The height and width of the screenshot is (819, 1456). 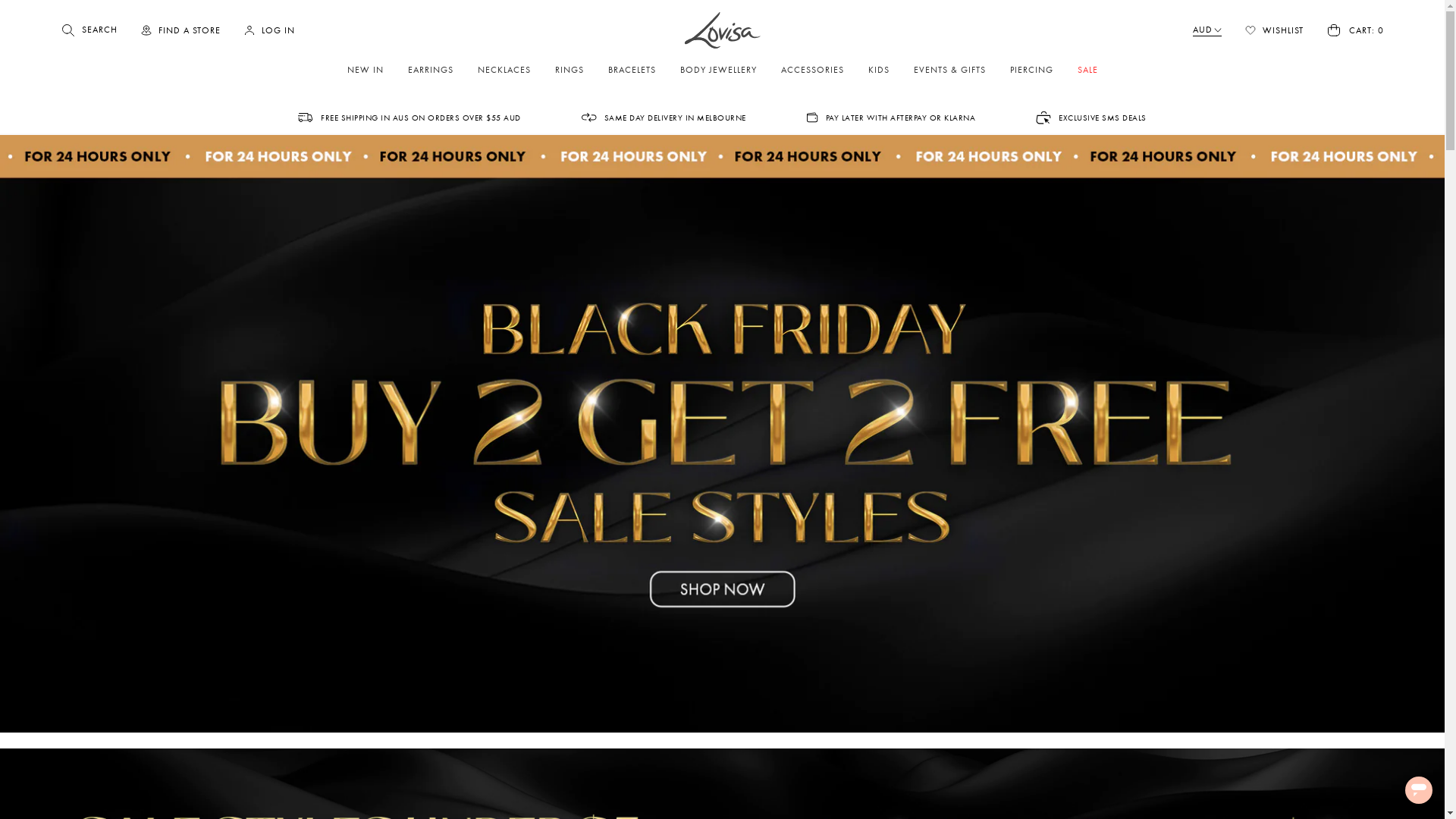 What do you see at coordinates (409, 116) in the screenshot?
I see `'FREE SHIPPING IN AUS ON ORDERS OVER $55 AUD'` at bounding box center [409, 116].